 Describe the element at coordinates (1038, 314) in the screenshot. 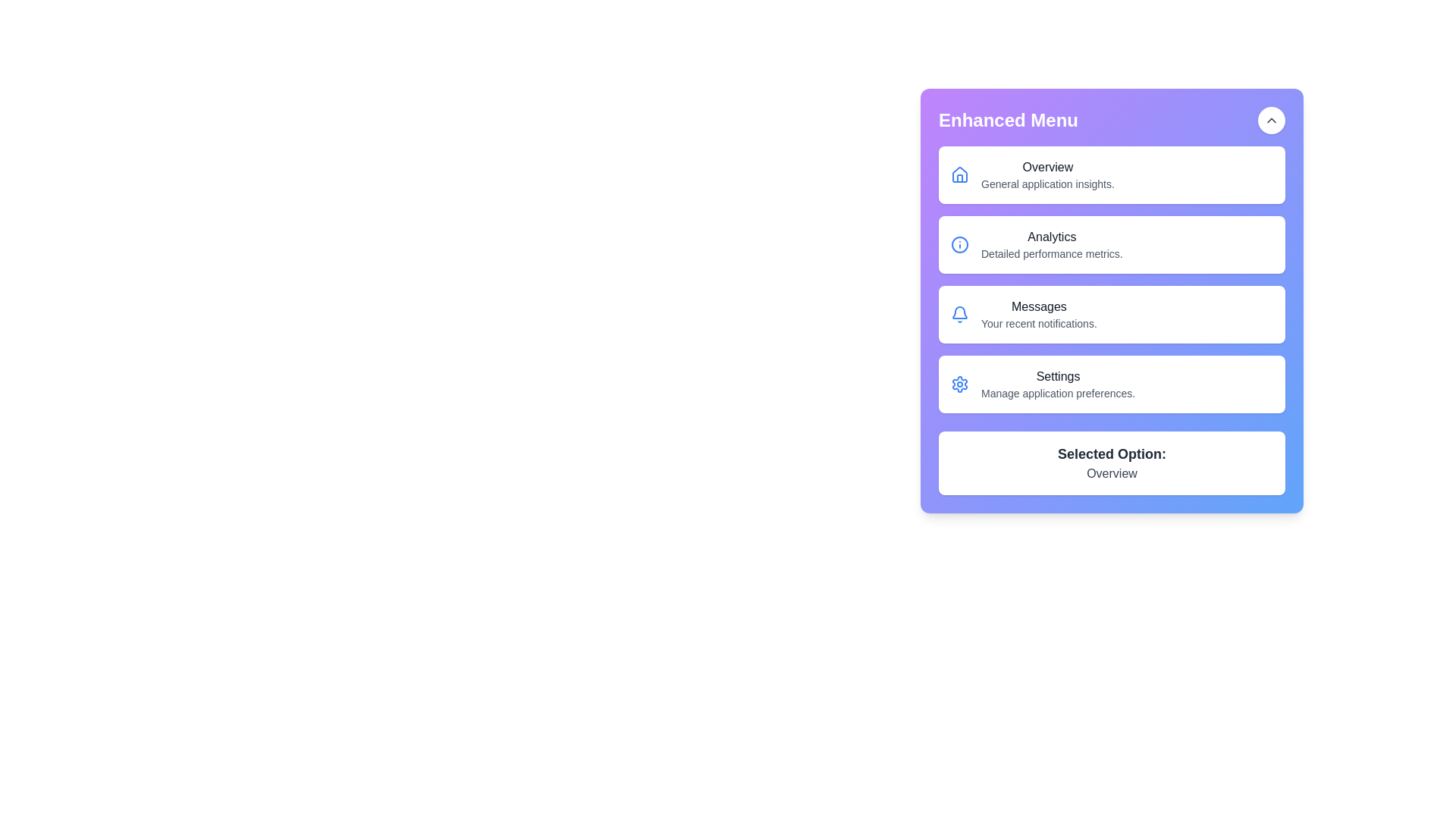

I see `text from the 'Messages' text label which includes the title 'Messages' and the description 'Your recent notifications.'` at that location.